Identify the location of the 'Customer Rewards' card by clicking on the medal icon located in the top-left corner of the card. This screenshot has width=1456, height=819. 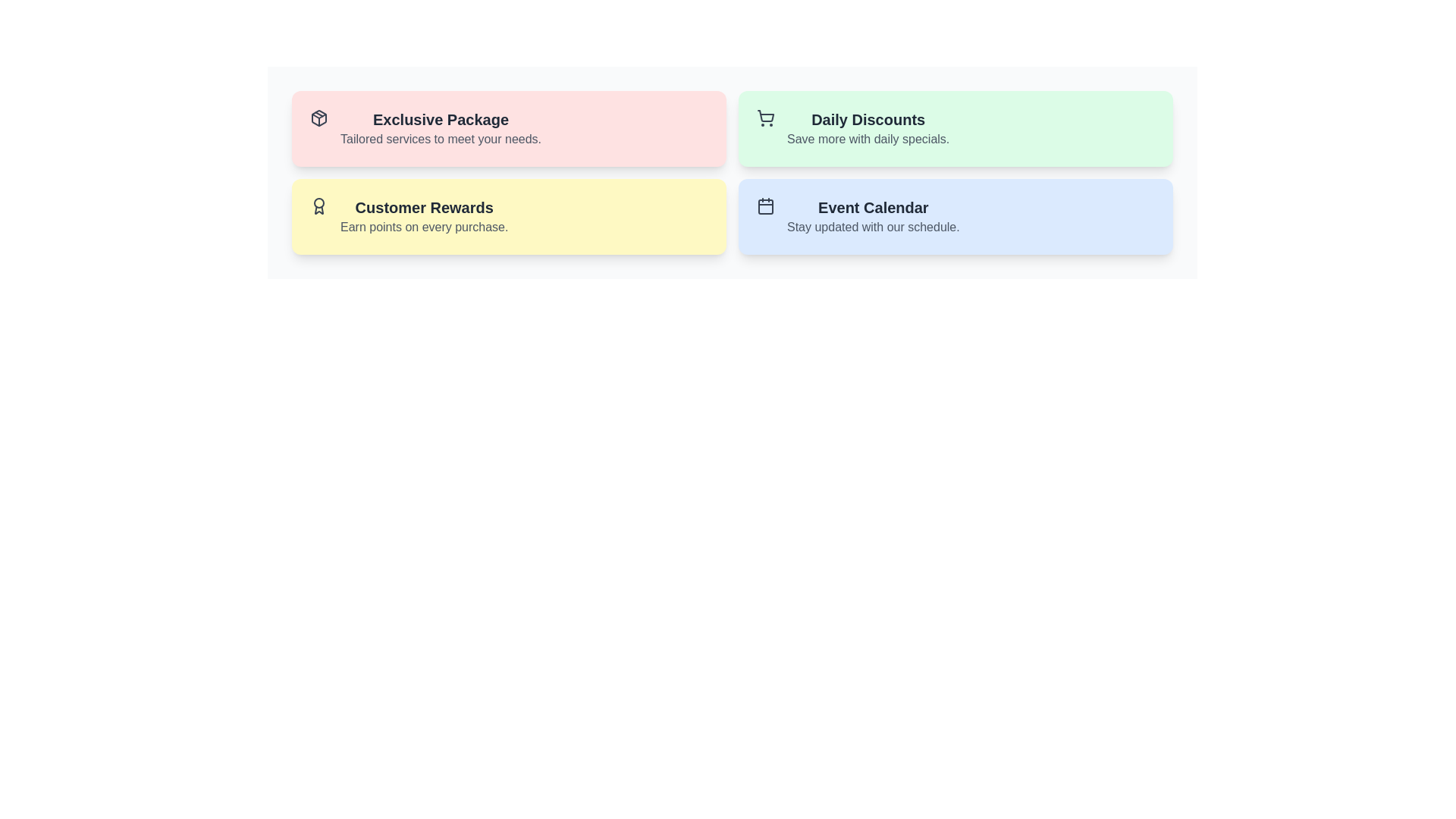
(318, 206).